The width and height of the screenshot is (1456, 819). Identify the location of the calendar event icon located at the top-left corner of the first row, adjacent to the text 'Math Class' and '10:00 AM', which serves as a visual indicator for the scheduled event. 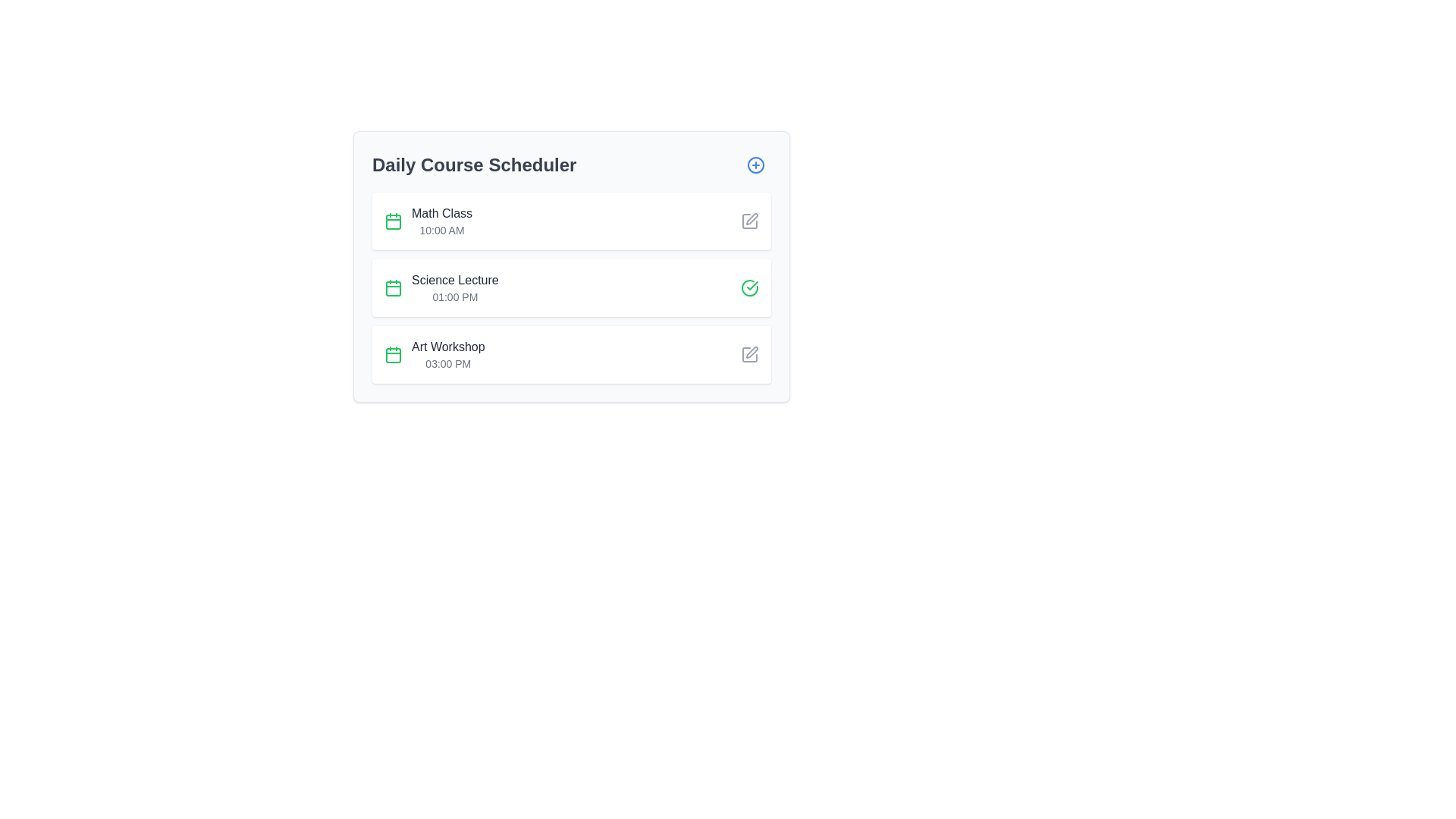
(393, 221).